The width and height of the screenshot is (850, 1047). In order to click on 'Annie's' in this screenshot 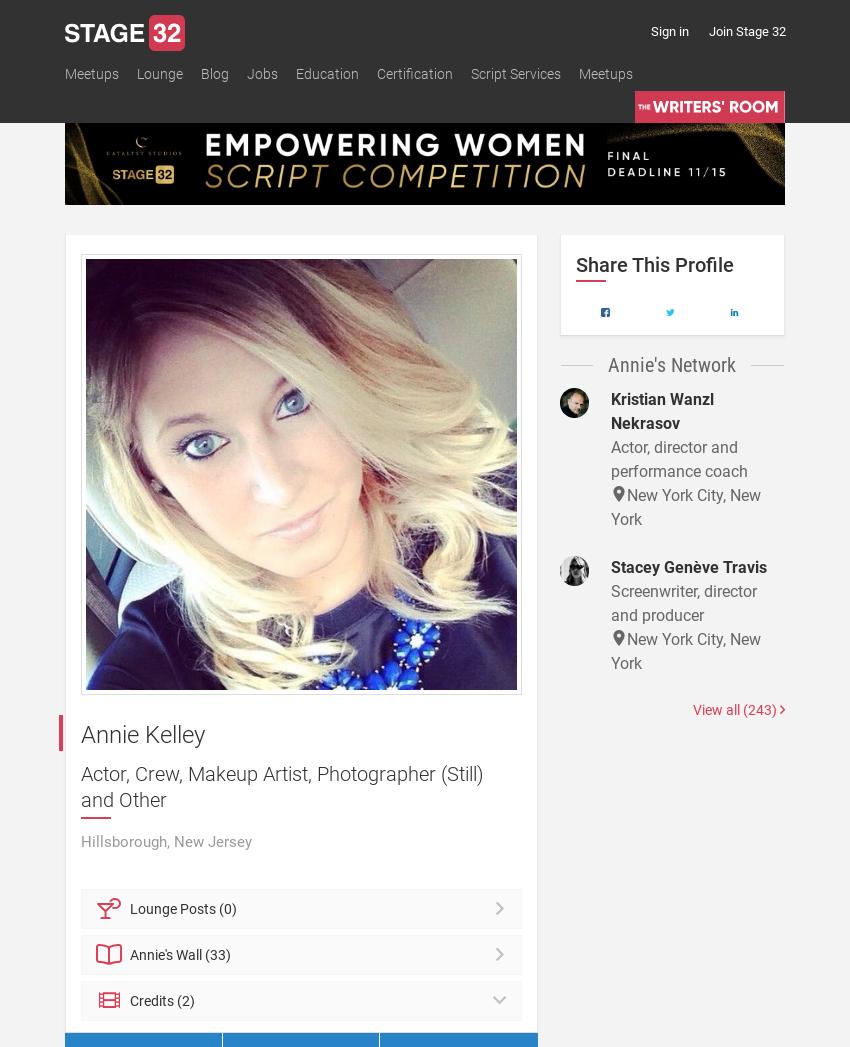, I will do `click(153, 953)`.